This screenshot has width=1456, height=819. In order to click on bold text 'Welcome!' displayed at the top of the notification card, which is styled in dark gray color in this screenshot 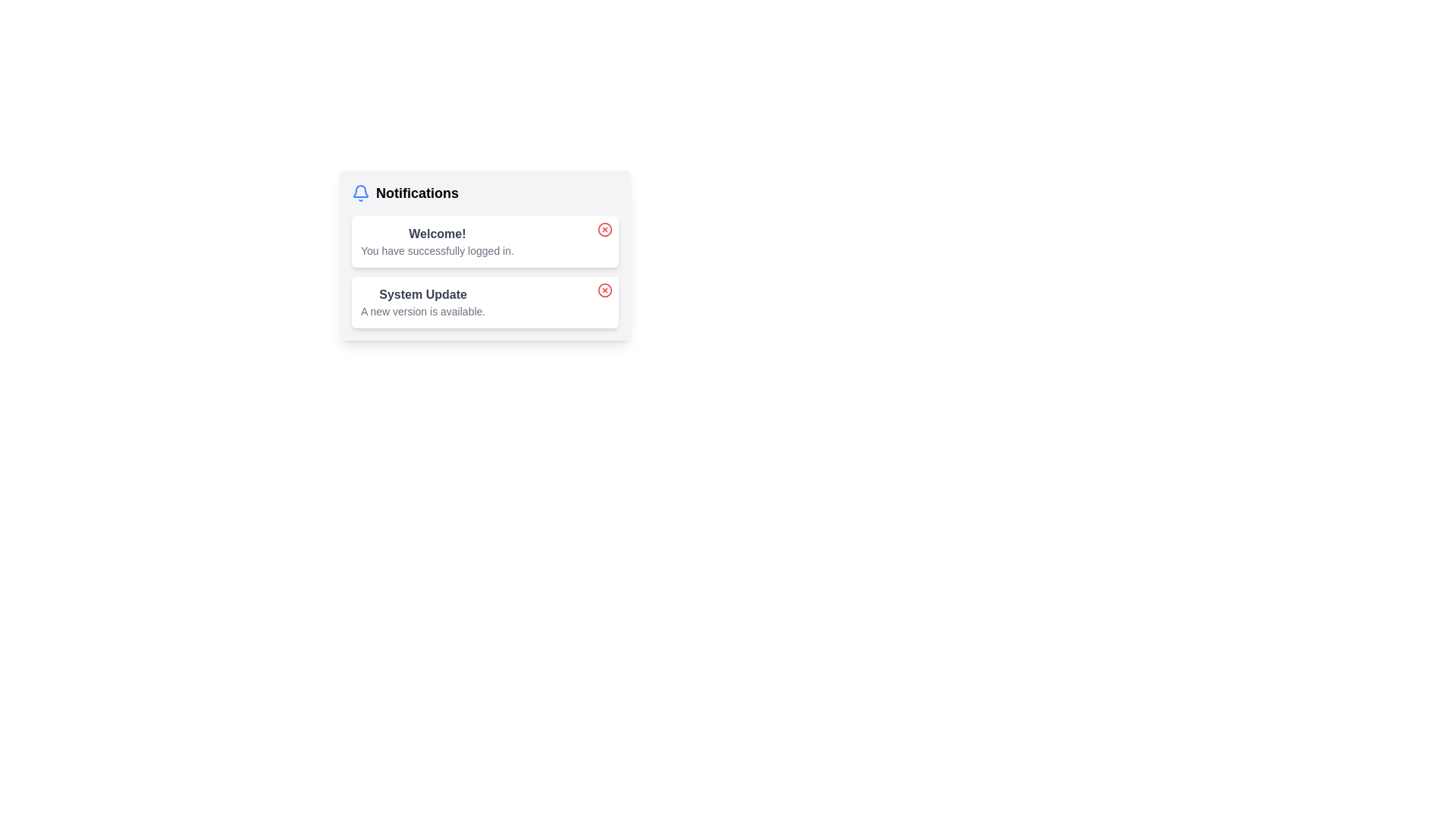, I will do `click(436, 234)`.